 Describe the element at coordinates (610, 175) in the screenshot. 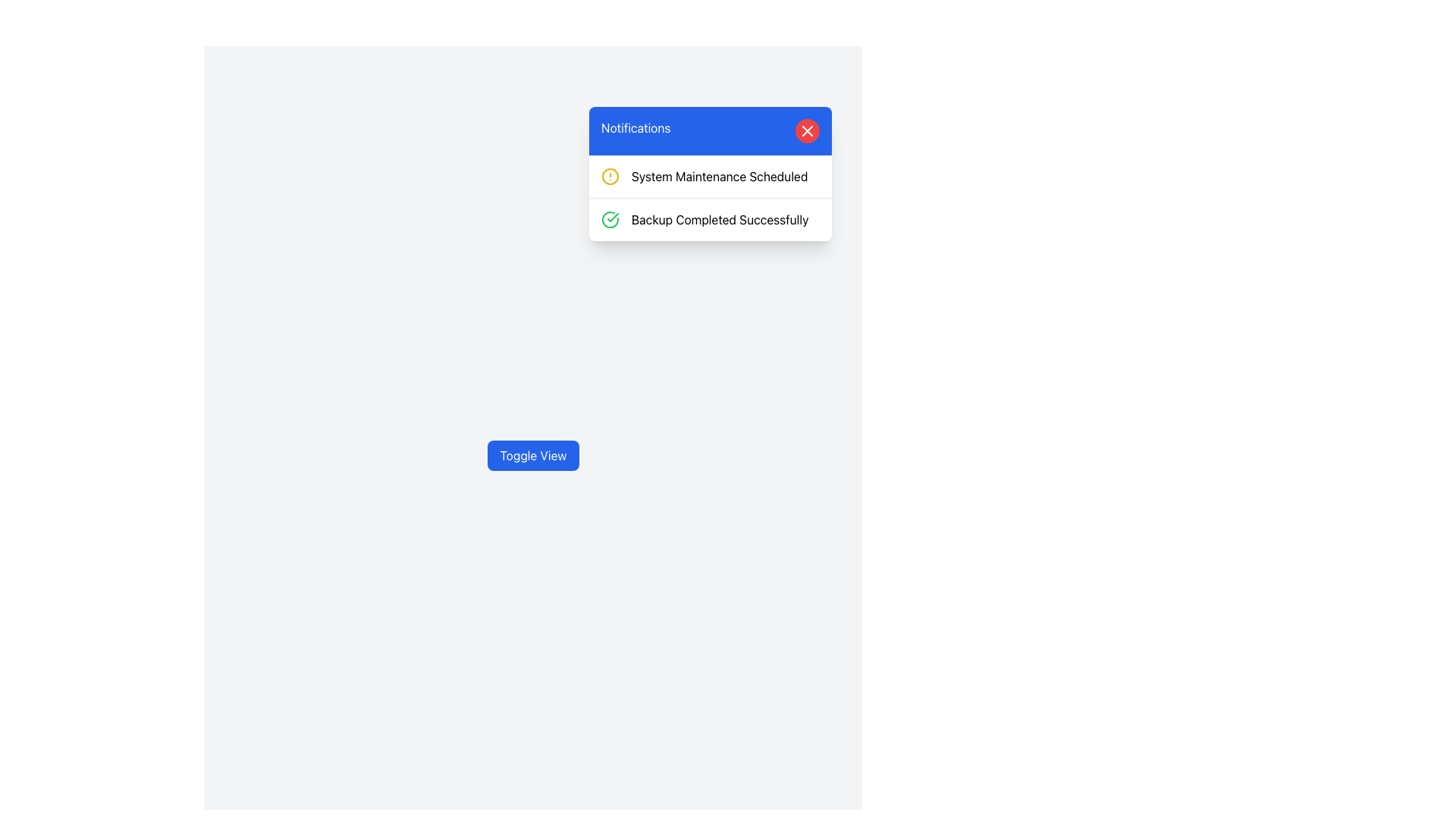

I see `the graphical circle element that serves as the background for an alert icon in the notification dropdown, located next to the first notification entry` at that location.